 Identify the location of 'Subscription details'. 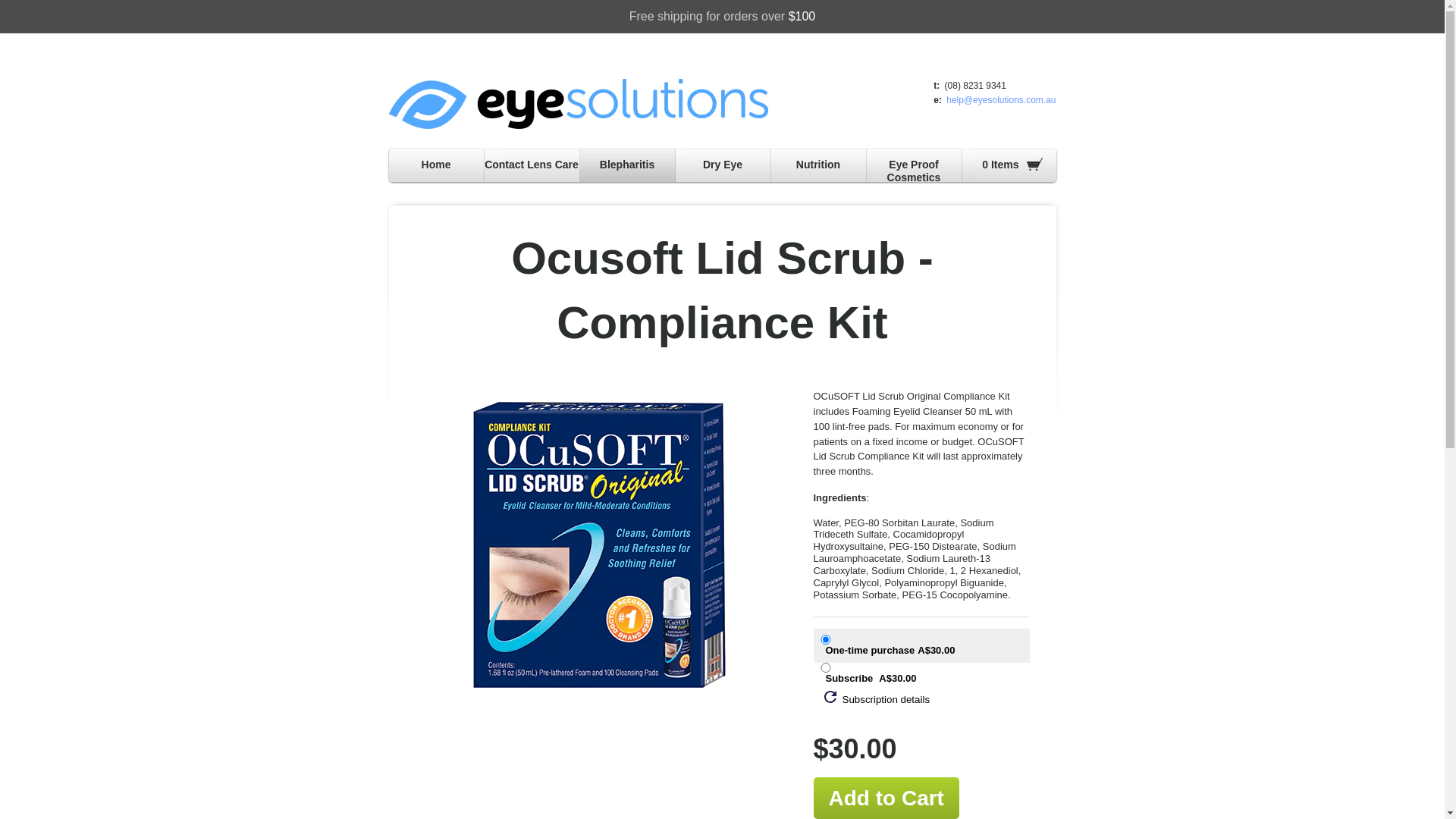
(877, 698).